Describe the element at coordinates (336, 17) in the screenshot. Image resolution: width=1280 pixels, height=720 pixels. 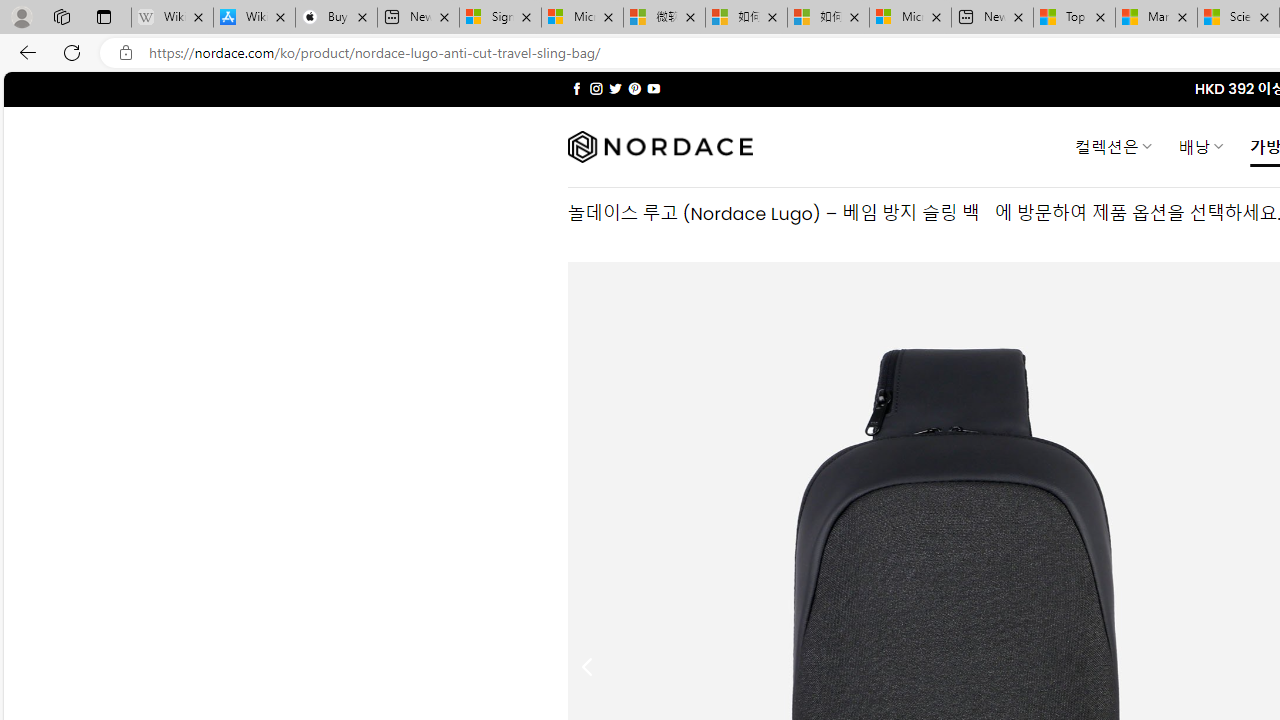
I see `'Buy iPad - Apple'` at that location.